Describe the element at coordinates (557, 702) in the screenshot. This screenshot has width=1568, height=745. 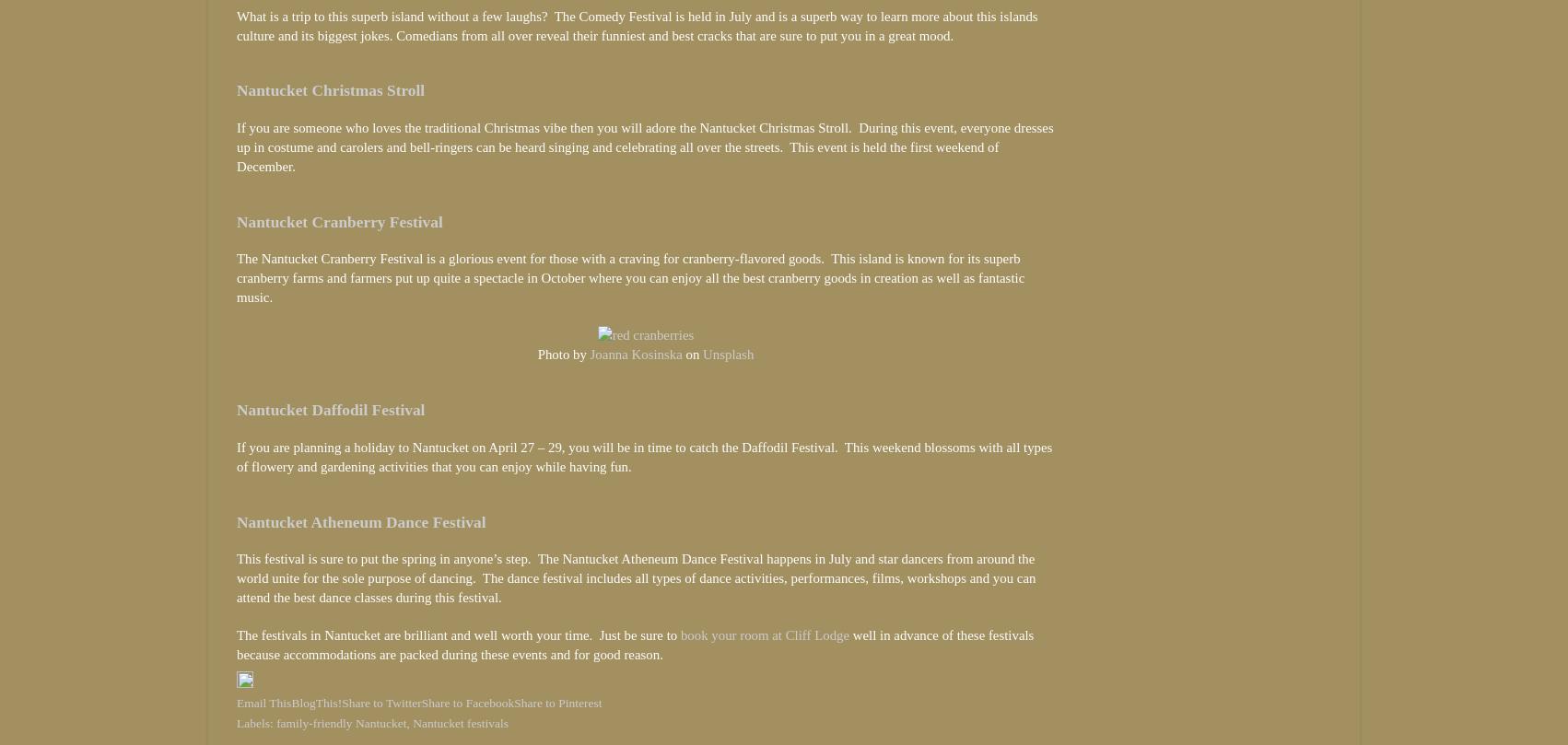
I see `'Share to Pinterest'` at that location.